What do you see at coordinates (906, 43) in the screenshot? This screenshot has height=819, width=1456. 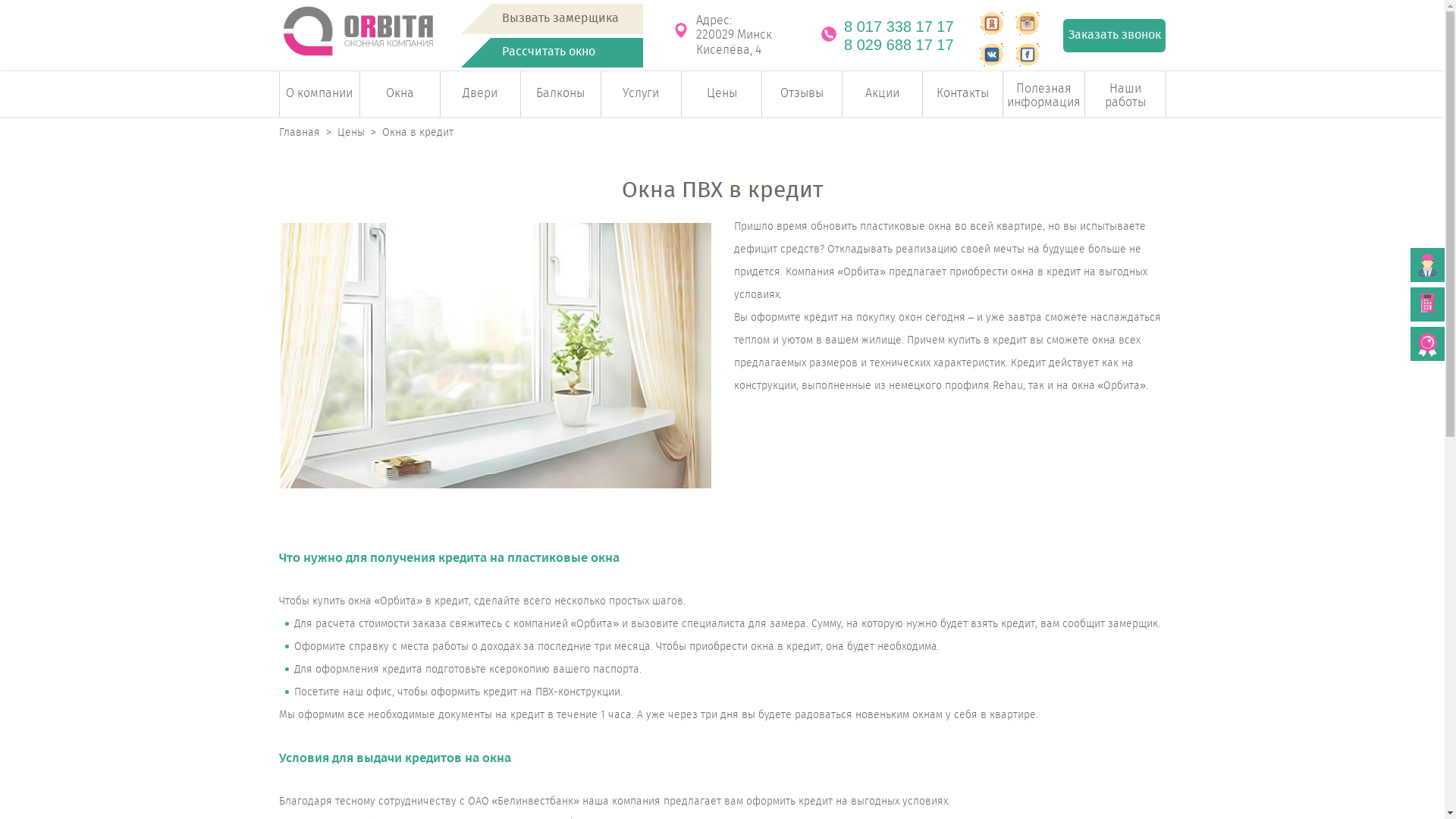 I see `'8 029 688 17 17'` at bounding box center [906, 43].